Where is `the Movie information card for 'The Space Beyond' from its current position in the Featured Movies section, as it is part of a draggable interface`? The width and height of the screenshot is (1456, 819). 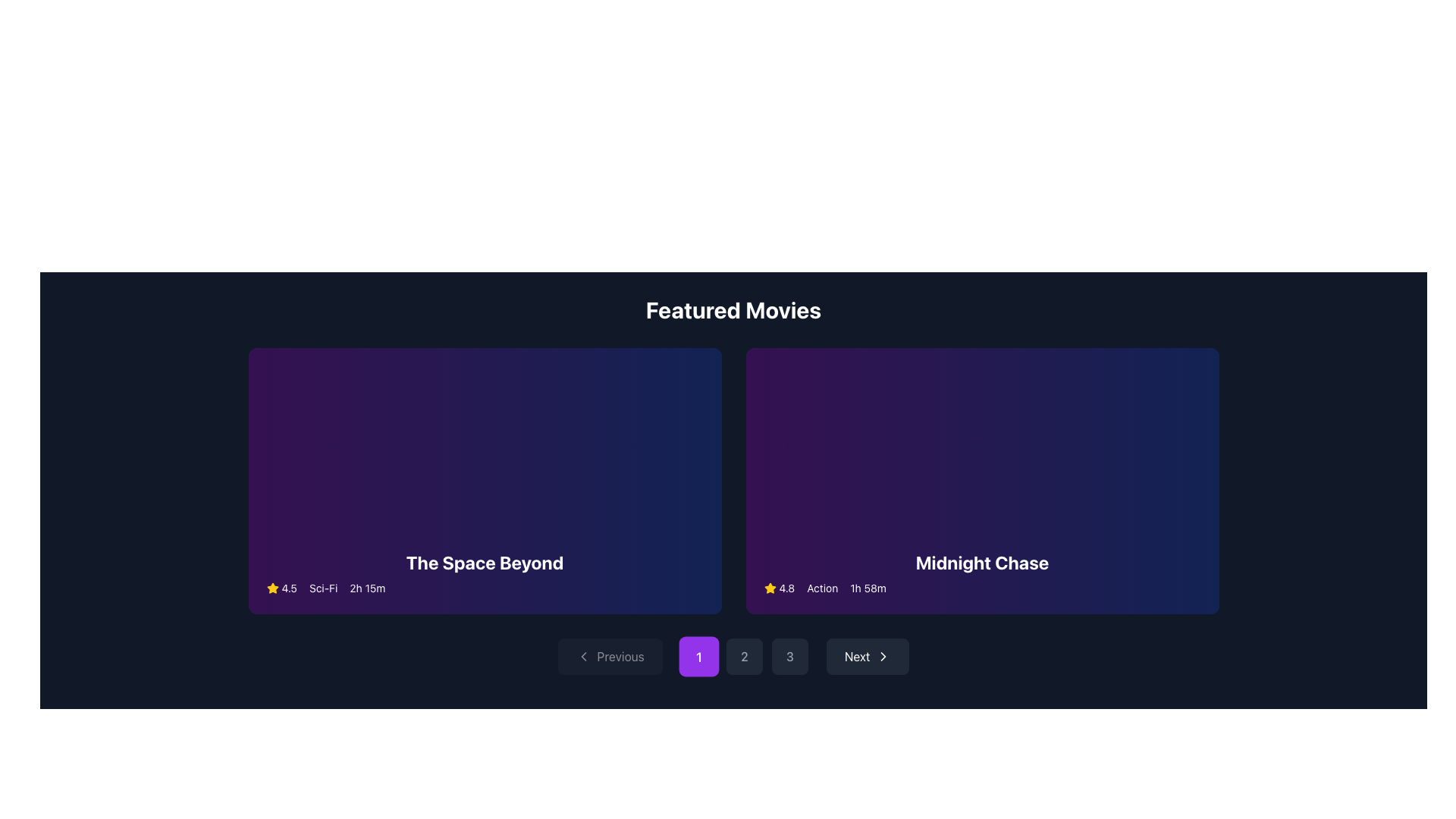 the Movie information card for 'The Space Beyond' from its current position in the Featured Movies section, as it is part of a draggable interface is located at coordinates (484, 481).